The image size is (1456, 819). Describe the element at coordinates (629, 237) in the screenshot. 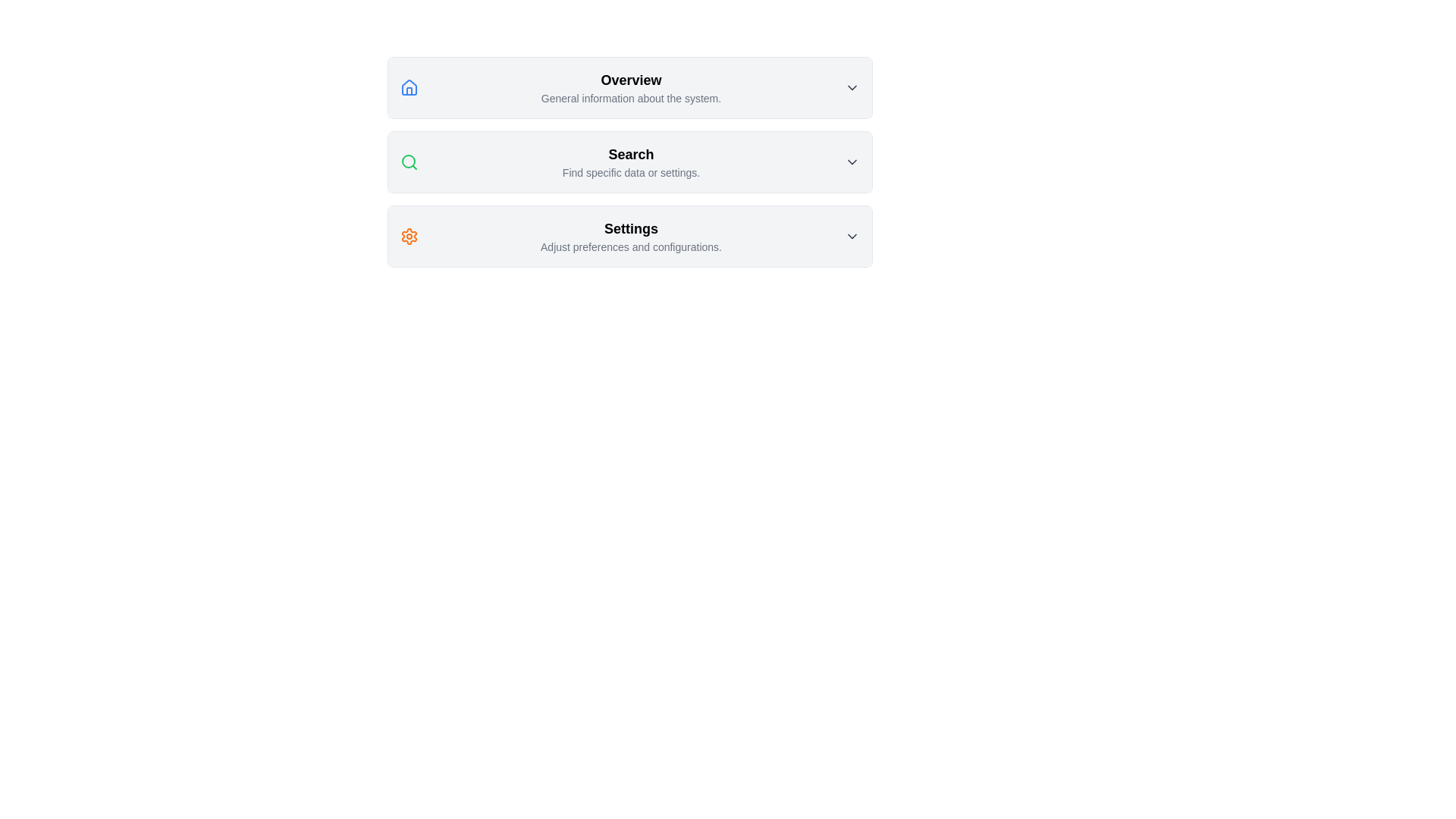

I see `the 'Settings' collapsible panel header` at that location.